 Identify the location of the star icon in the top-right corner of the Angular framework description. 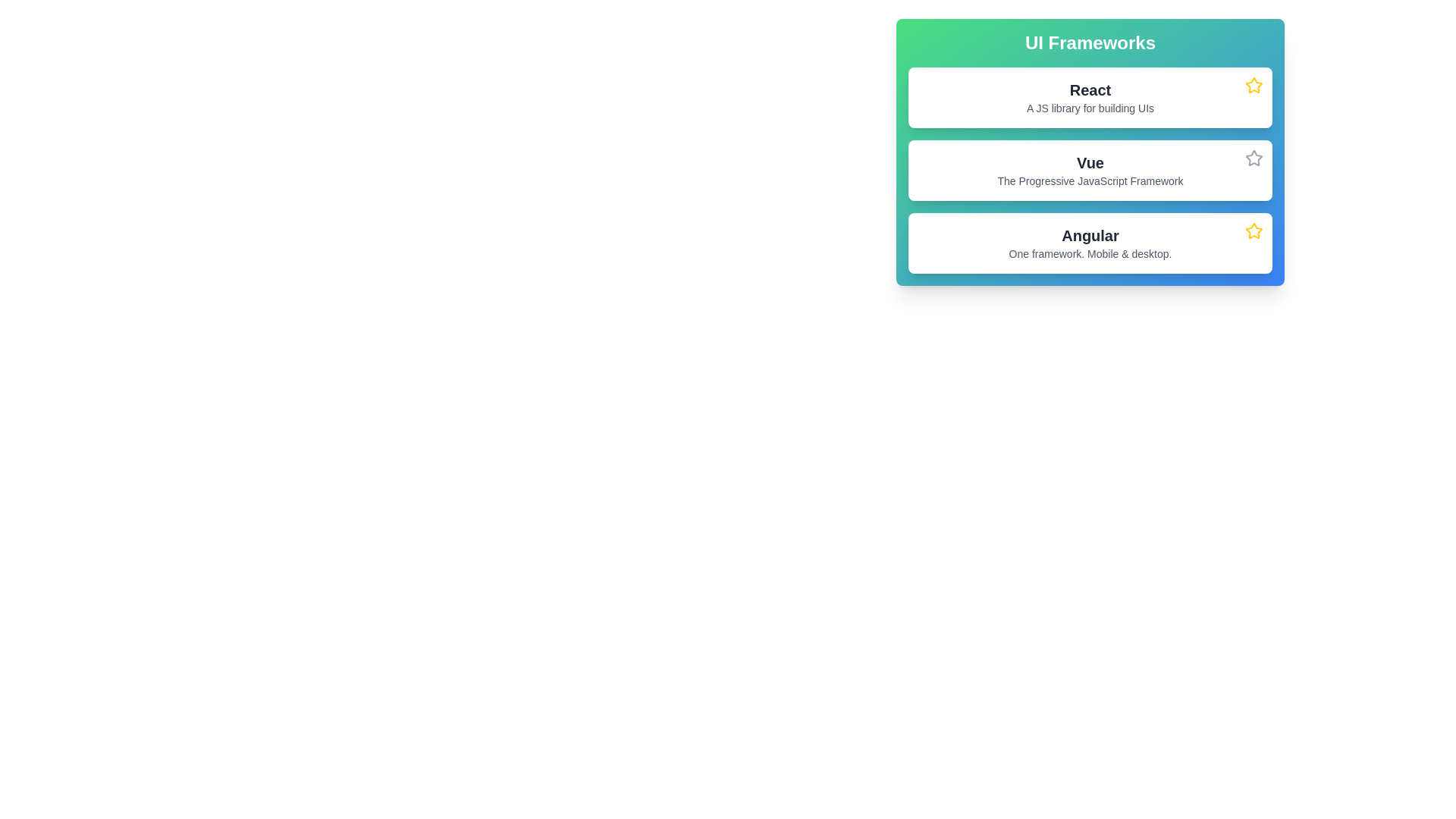
(1254, 231).